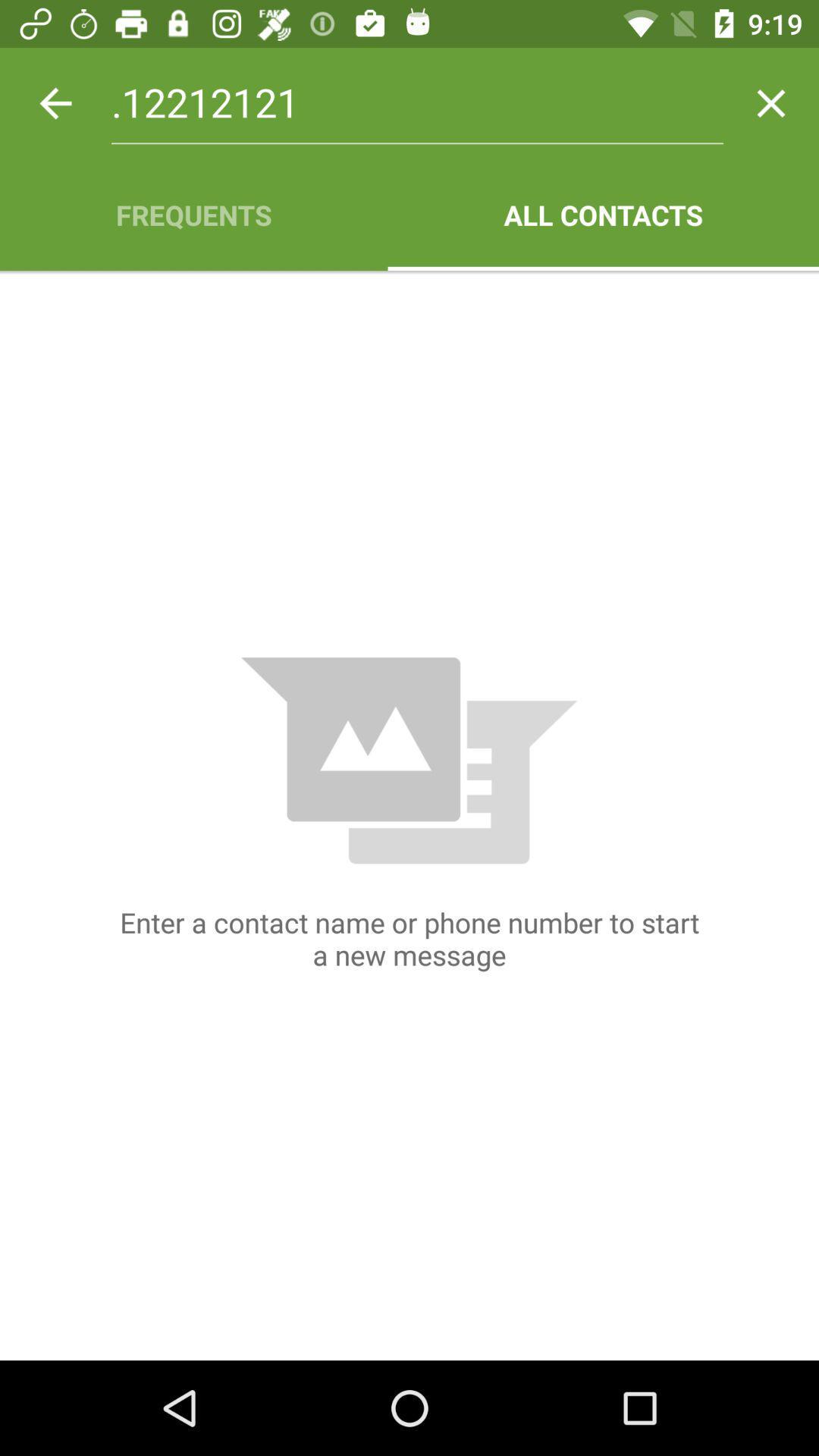  What do you see at coordinates (193, 214) in the screenshot?
I see `item to the left of all contacts` at bounding box center [193, 214].